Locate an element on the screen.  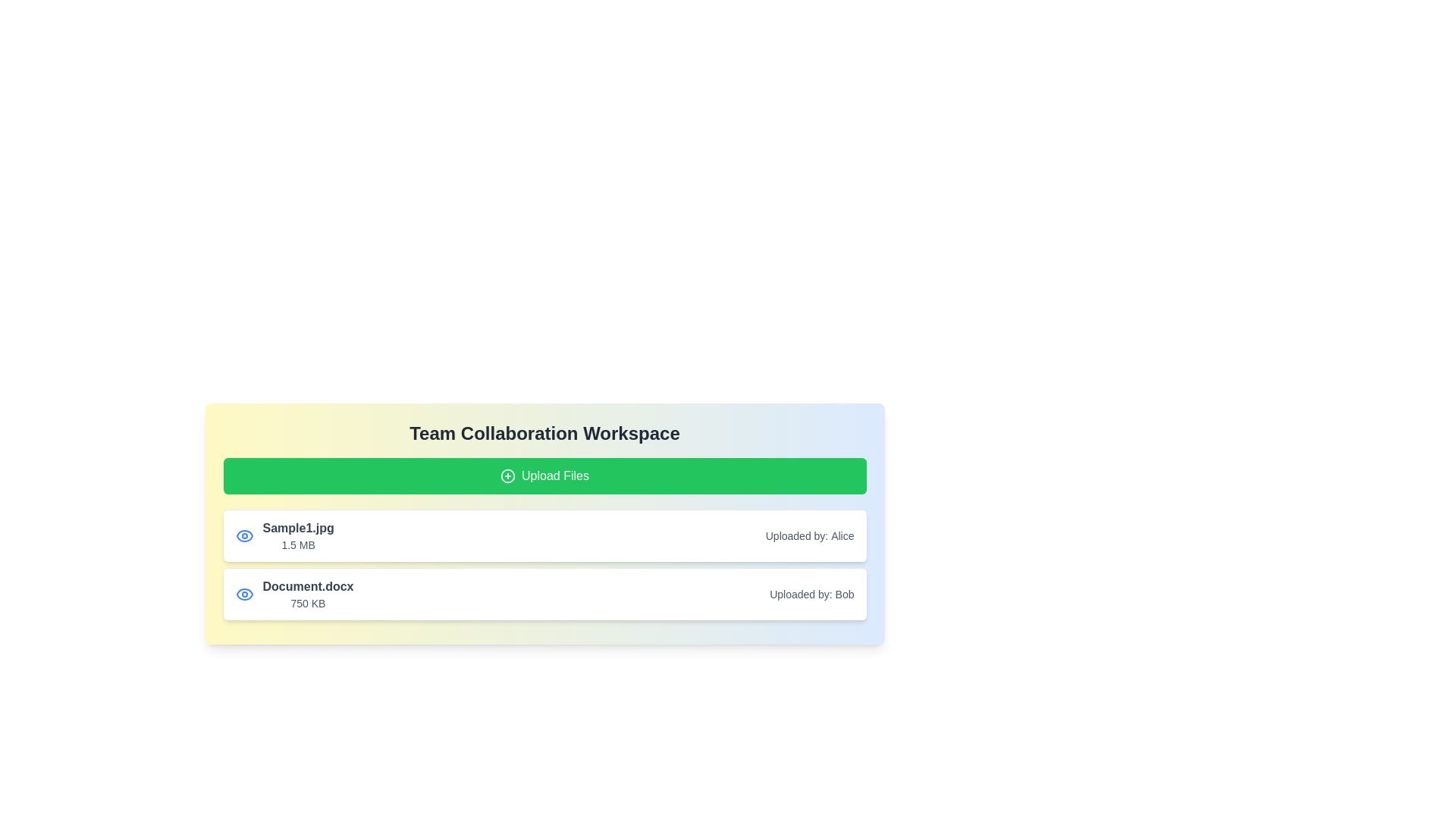
the 'Document.docx' textual informational display is located at coordinates (307, 593).